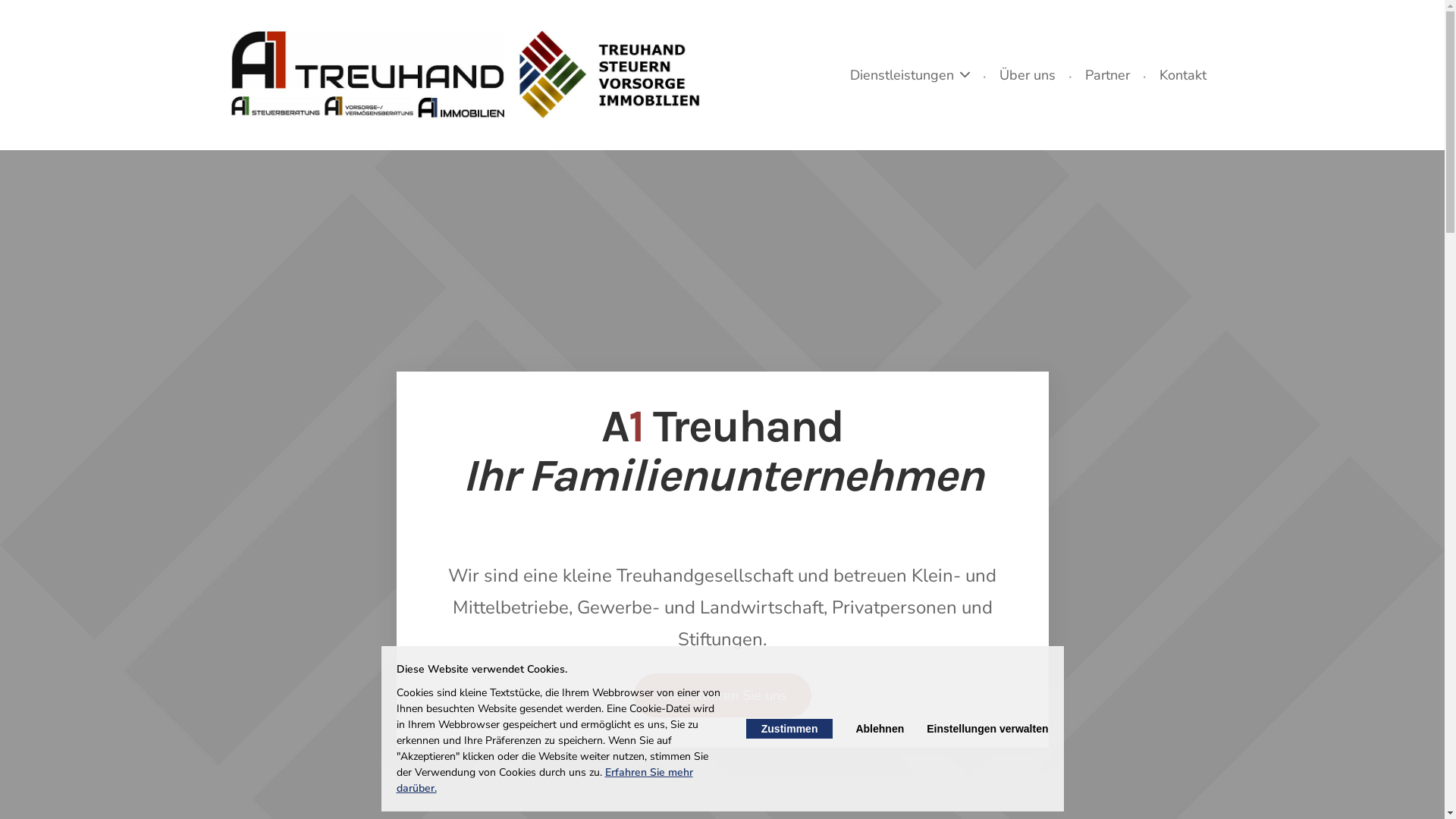  Describe the element at coordinates (633, 695) in the screenshot. I see `'Kontaktieren Sie uns'` at that location.